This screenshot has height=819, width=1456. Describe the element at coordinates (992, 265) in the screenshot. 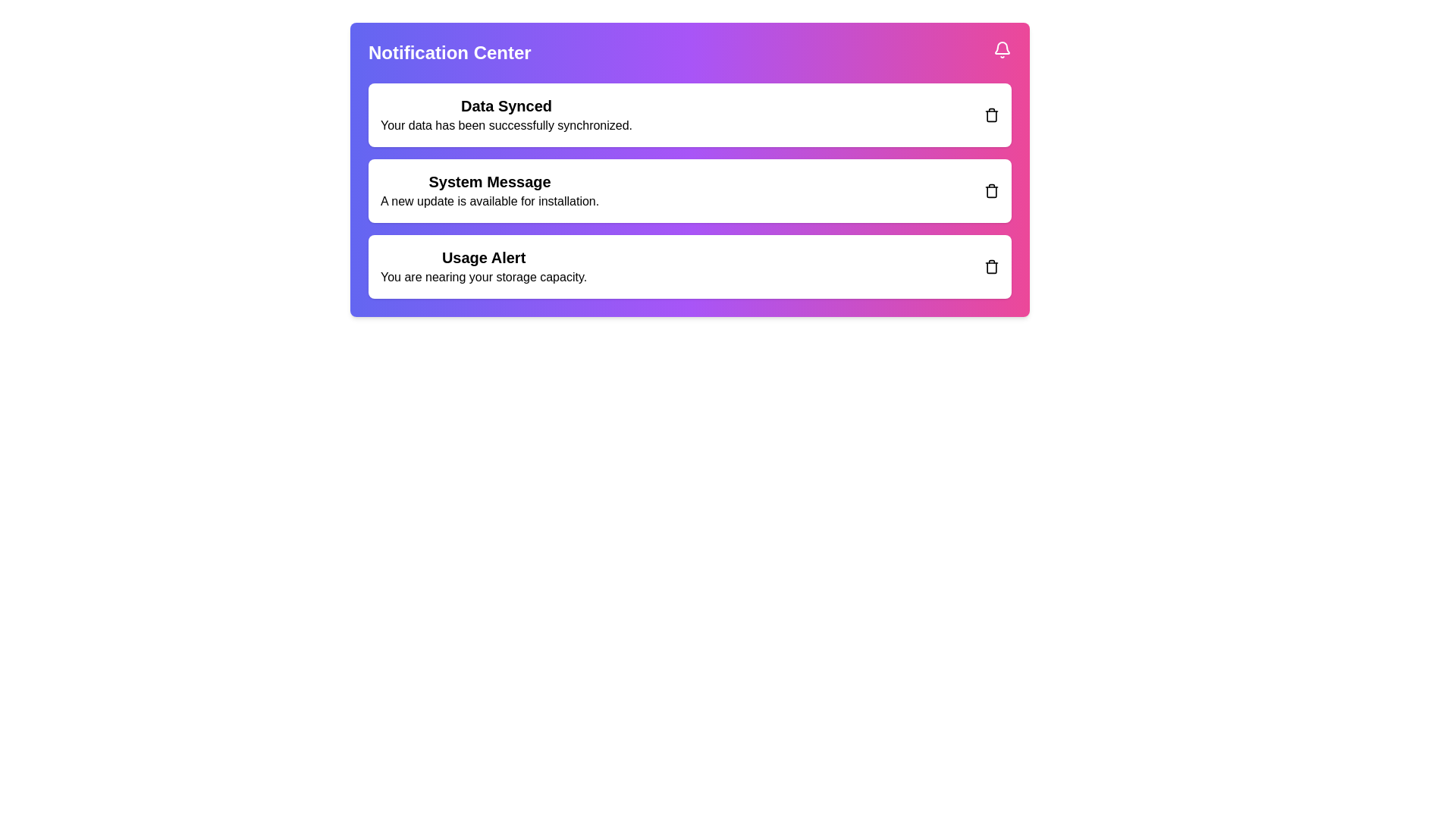

I see `the trash bin icon located on the right-hand side of the usage alert notification` at that location.